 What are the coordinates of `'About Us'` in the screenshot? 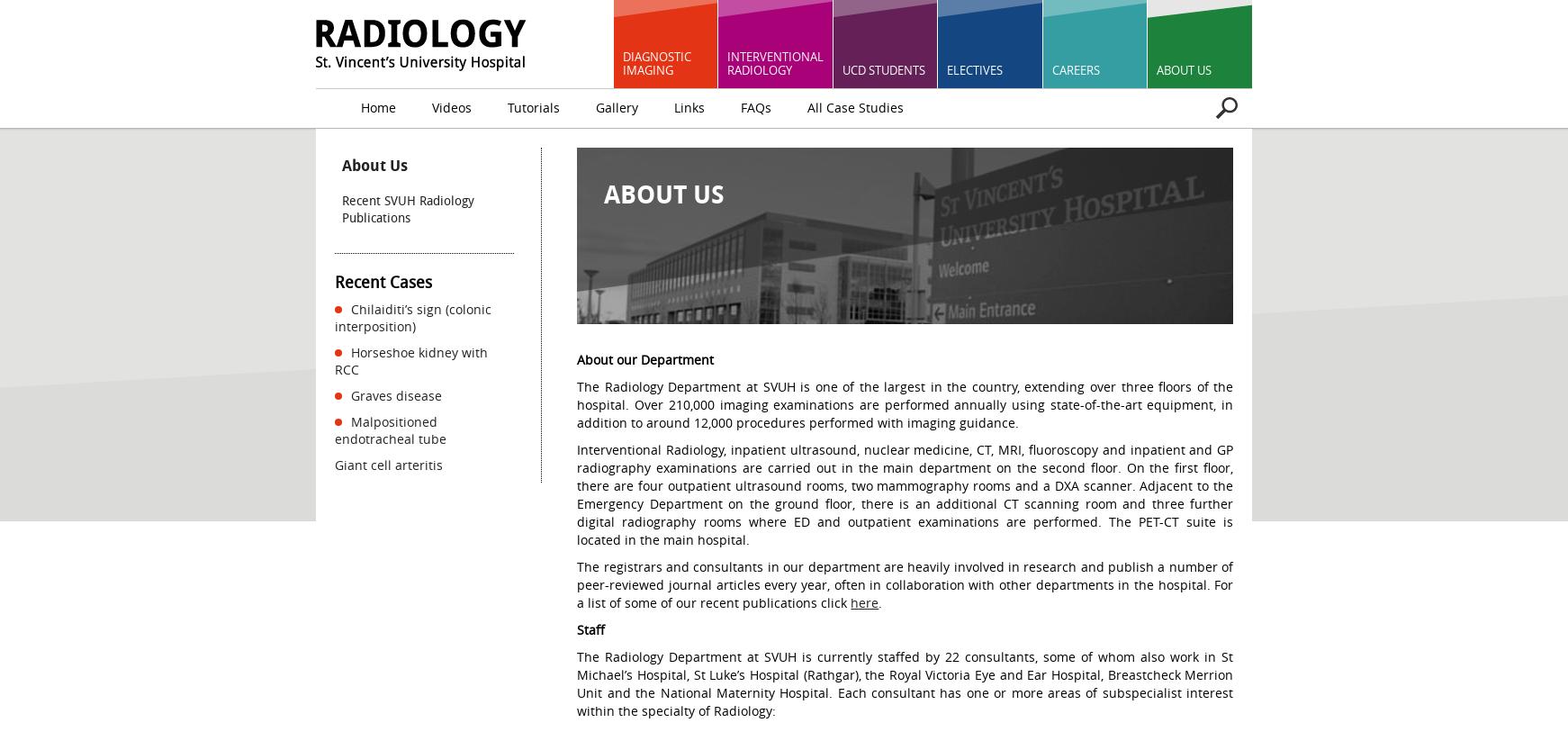 It's located at (664, 193).